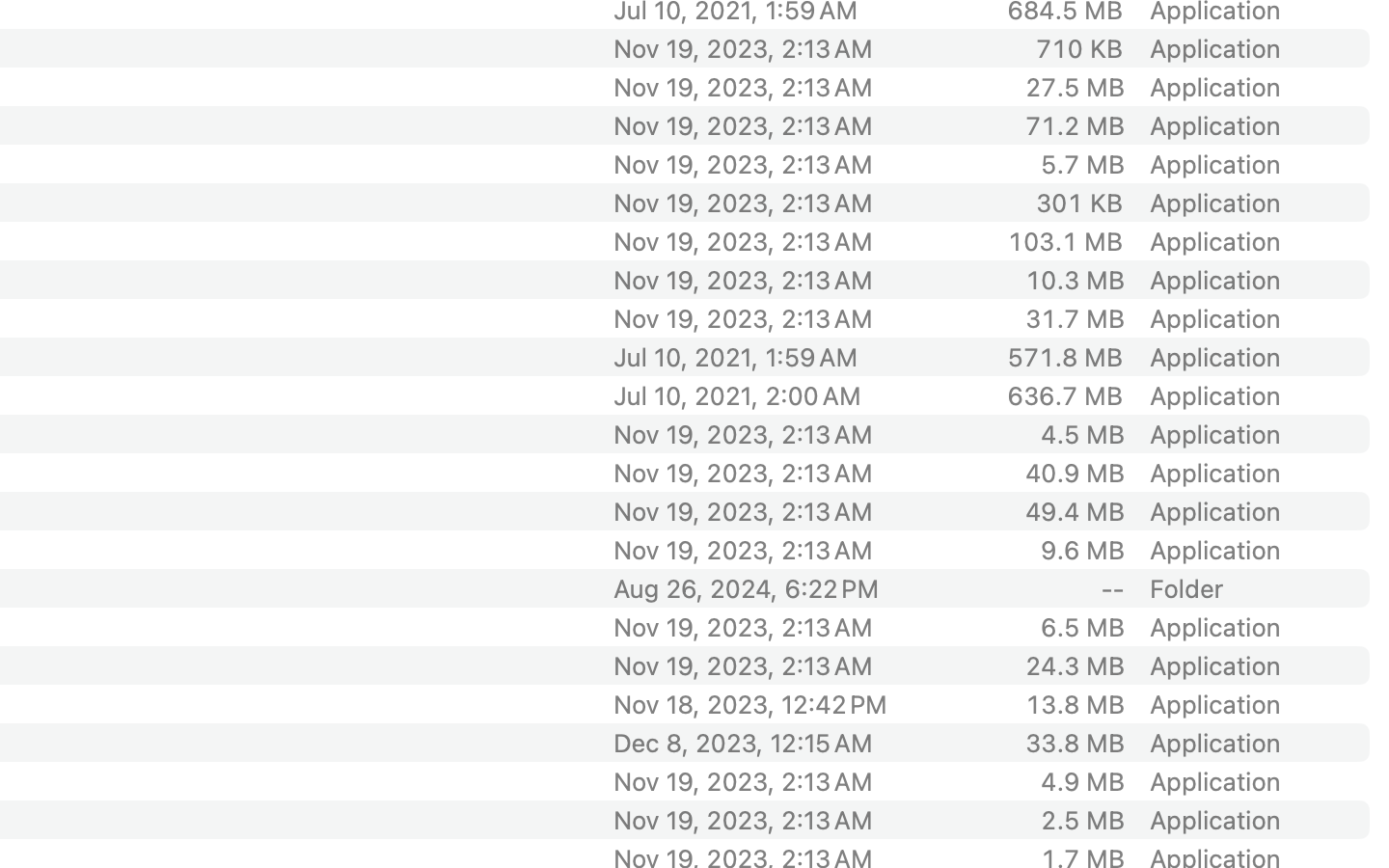  Describe the element at coordinates (1073, 317) in the screenshot. I see `'31.7 MB'` at that location.